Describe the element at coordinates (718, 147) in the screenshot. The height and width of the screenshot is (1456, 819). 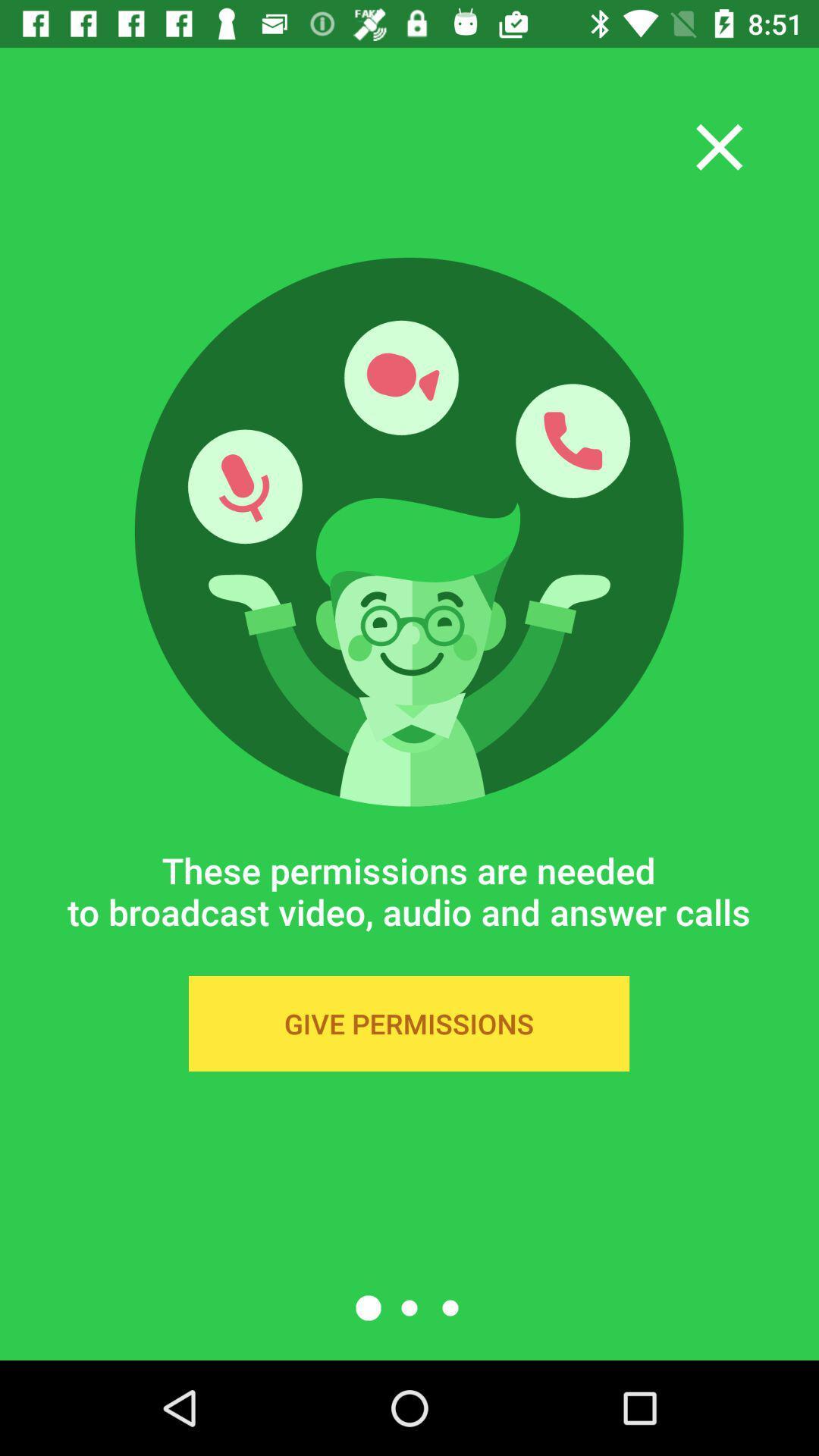
I see `close` at that location.